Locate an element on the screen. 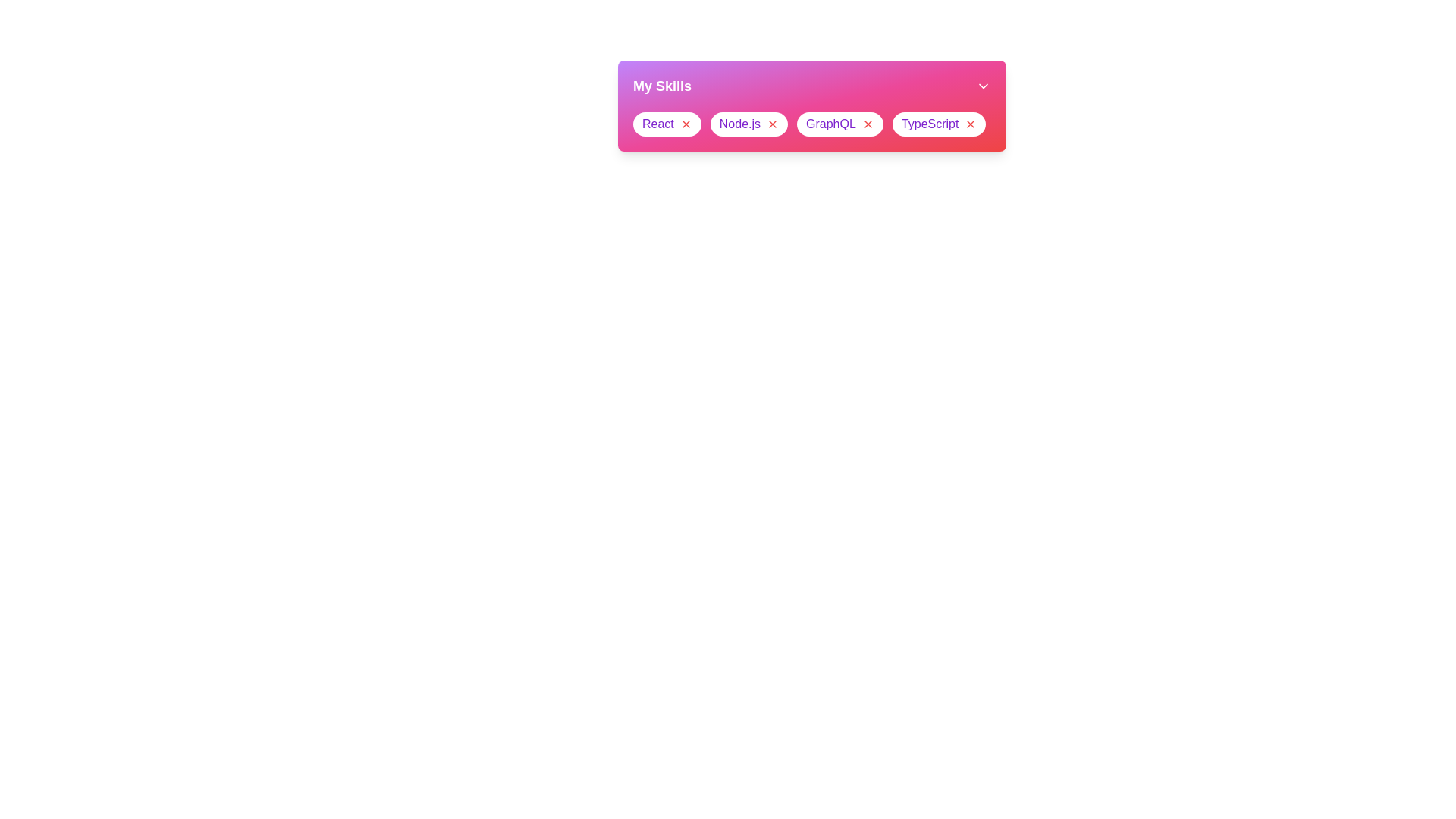 The height and width of the screenshot is (819, 1456). the close button of the skill chip labeled React is located at coordinates (685, 124).